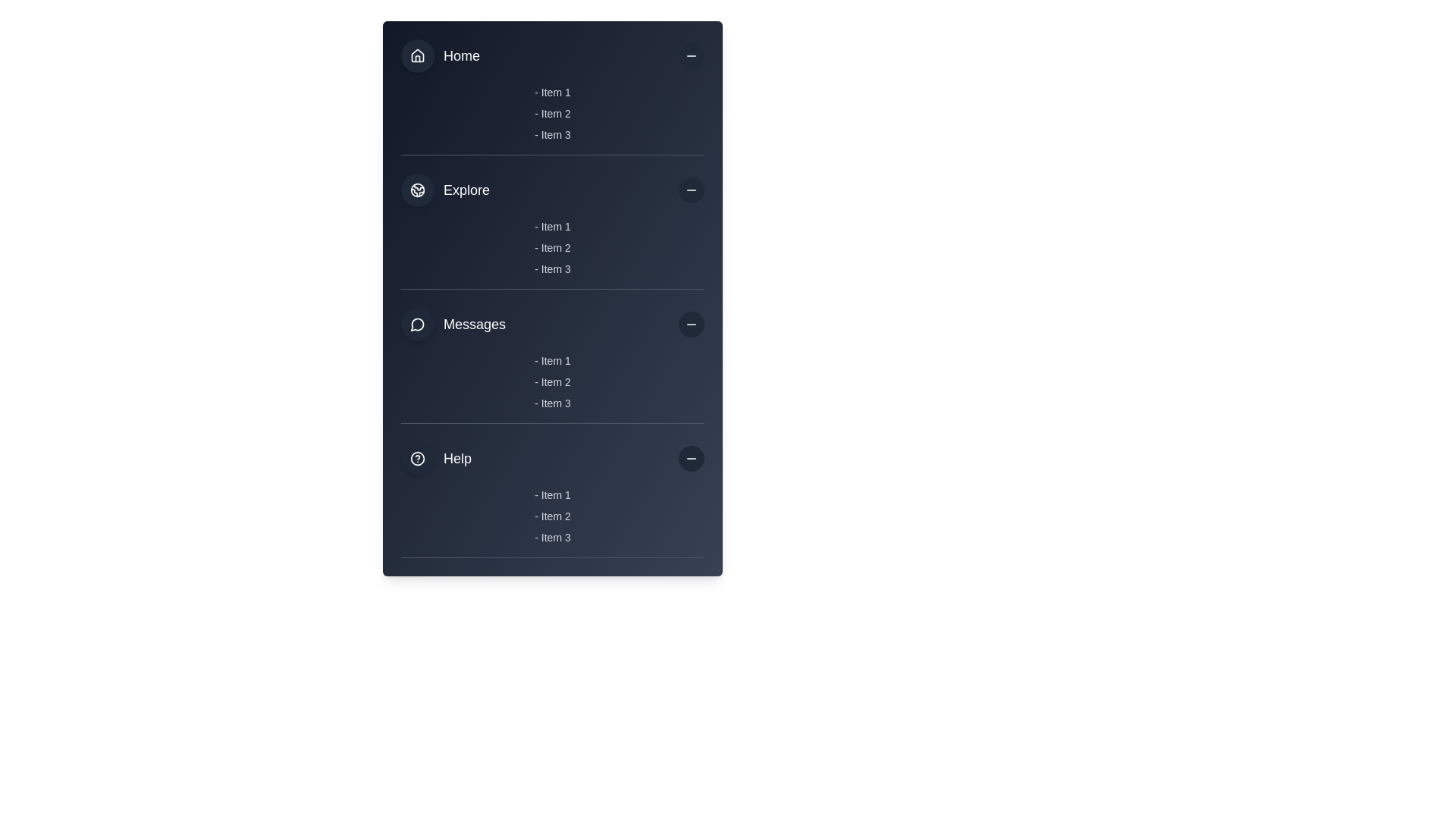  I want to click on the second list item labeled '- Item 2' in the 'Messages' section of the vertical navigation menu, so click(552, 381).